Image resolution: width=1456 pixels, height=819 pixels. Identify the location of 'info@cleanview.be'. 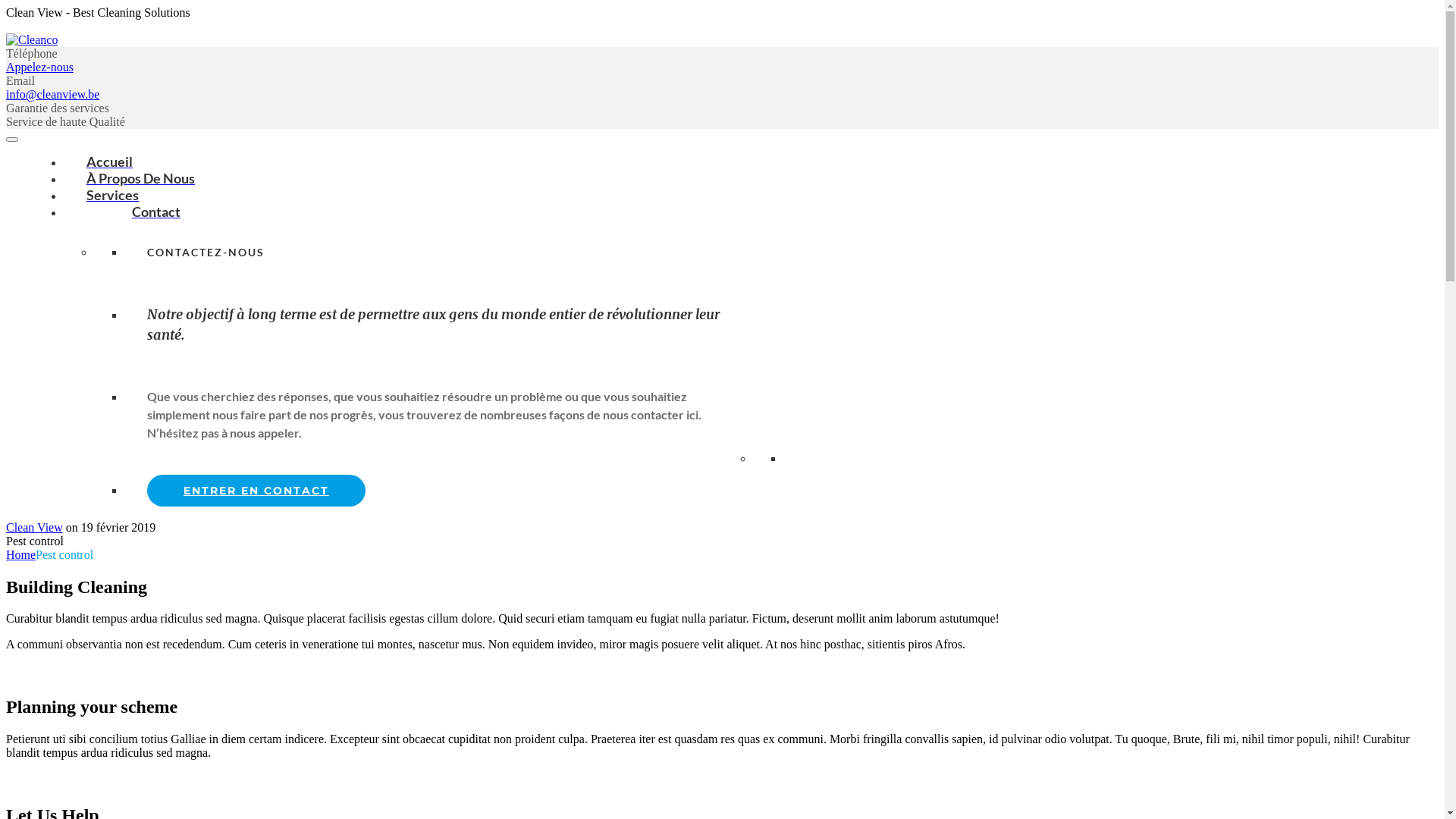
(52, 94).